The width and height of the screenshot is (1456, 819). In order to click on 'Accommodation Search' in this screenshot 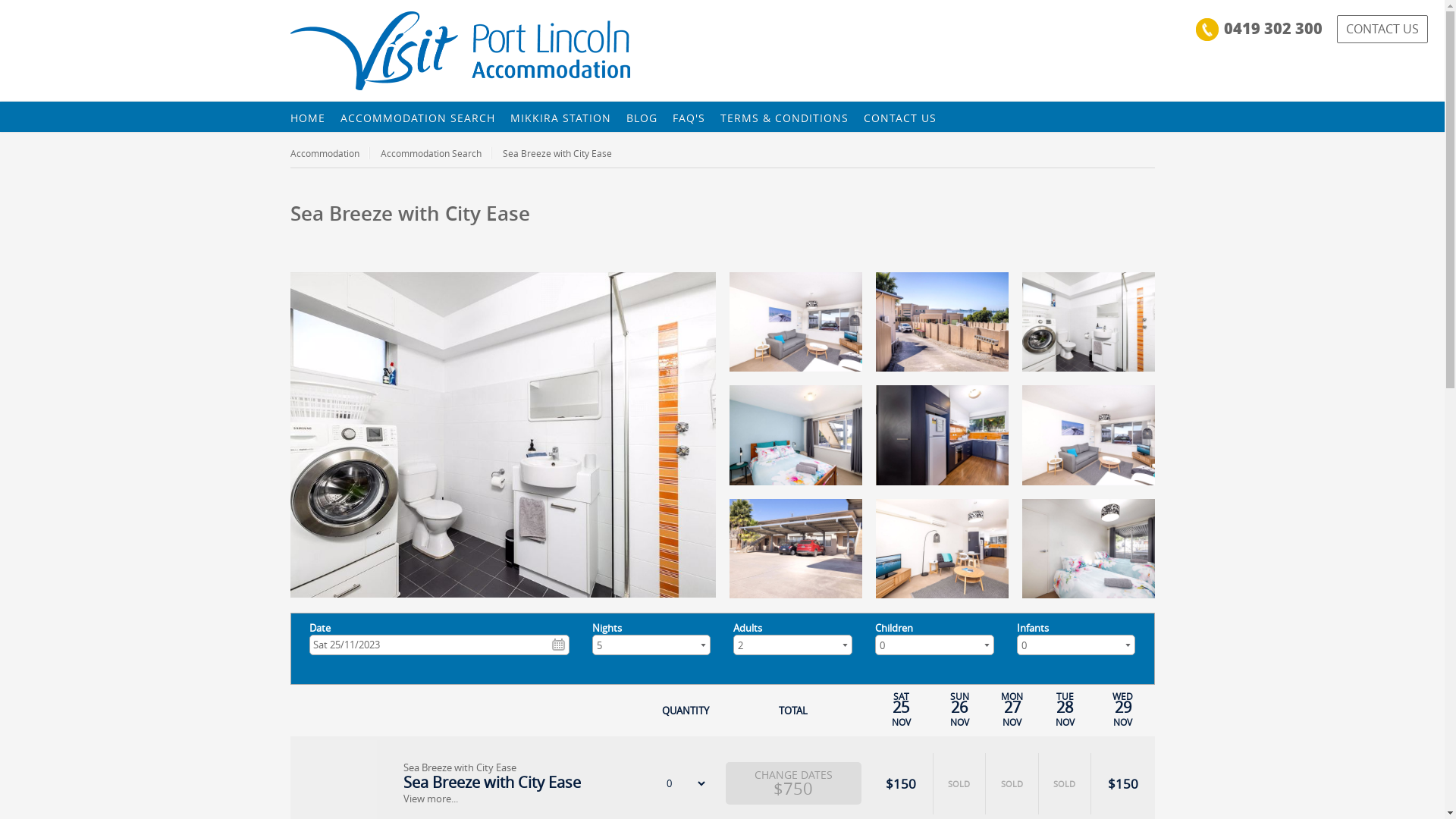, I will do `click(435, 152)`.